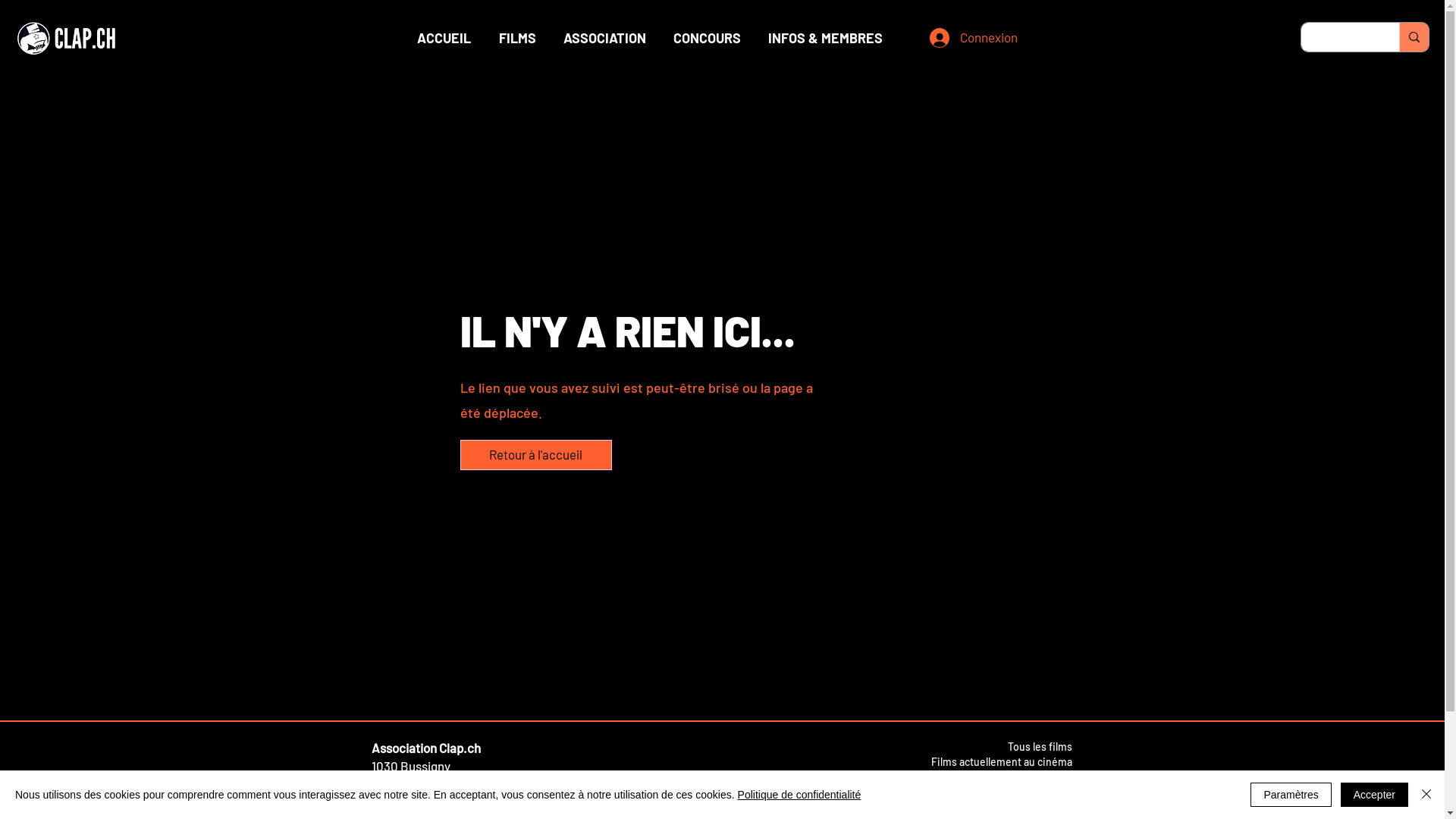 The height and width of the screenshot is (819, 1456). I want to click on 'FILMS', so click(517, 37).